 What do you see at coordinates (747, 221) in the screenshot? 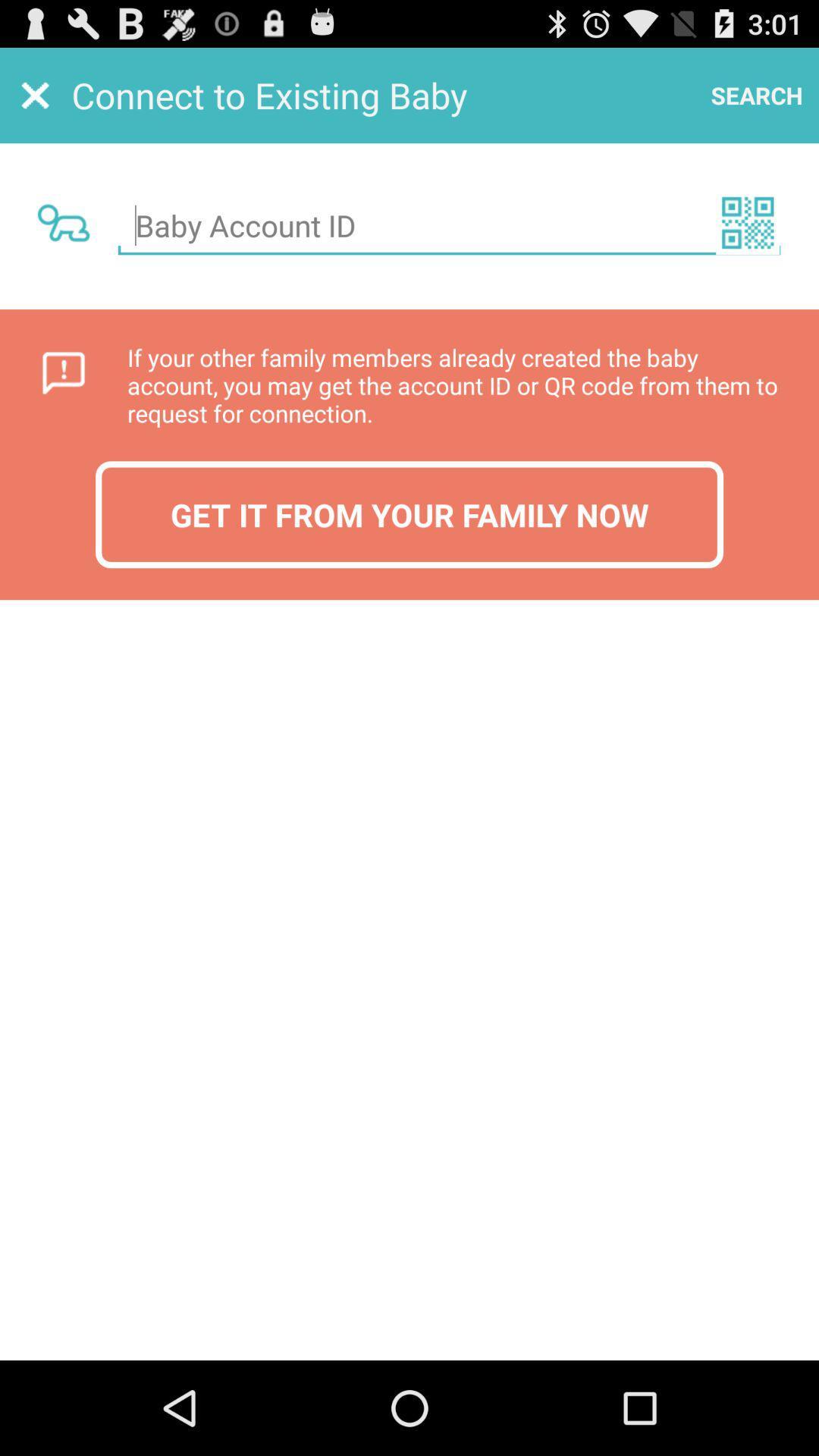
I see `check the or code` at bounding box center [747, 221].